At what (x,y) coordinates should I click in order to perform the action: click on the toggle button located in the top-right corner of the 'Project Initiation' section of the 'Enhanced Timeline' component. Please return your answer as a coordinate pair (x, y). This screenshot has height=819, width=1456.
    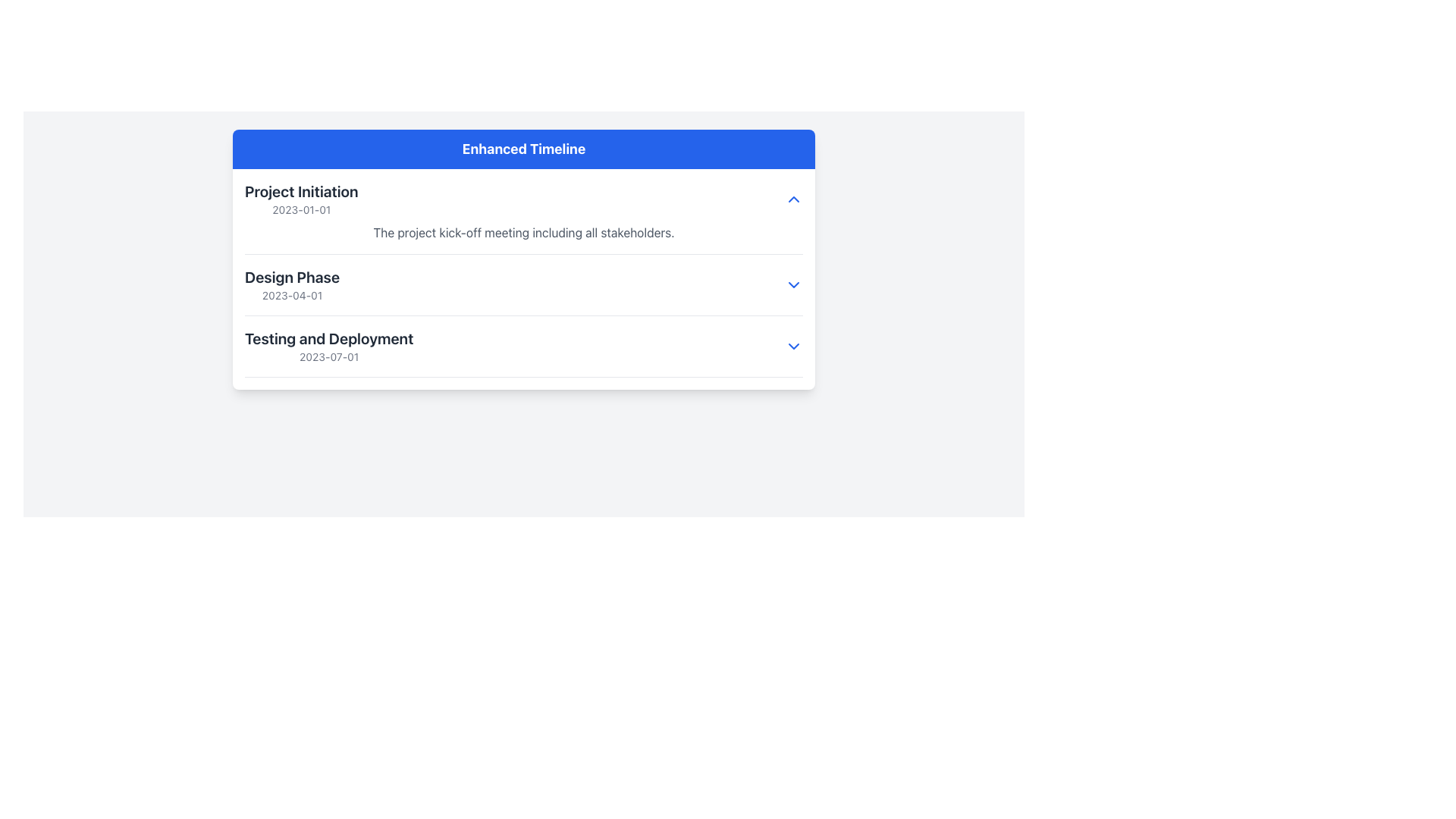
    Looking at the image, I should click on (792, 198).